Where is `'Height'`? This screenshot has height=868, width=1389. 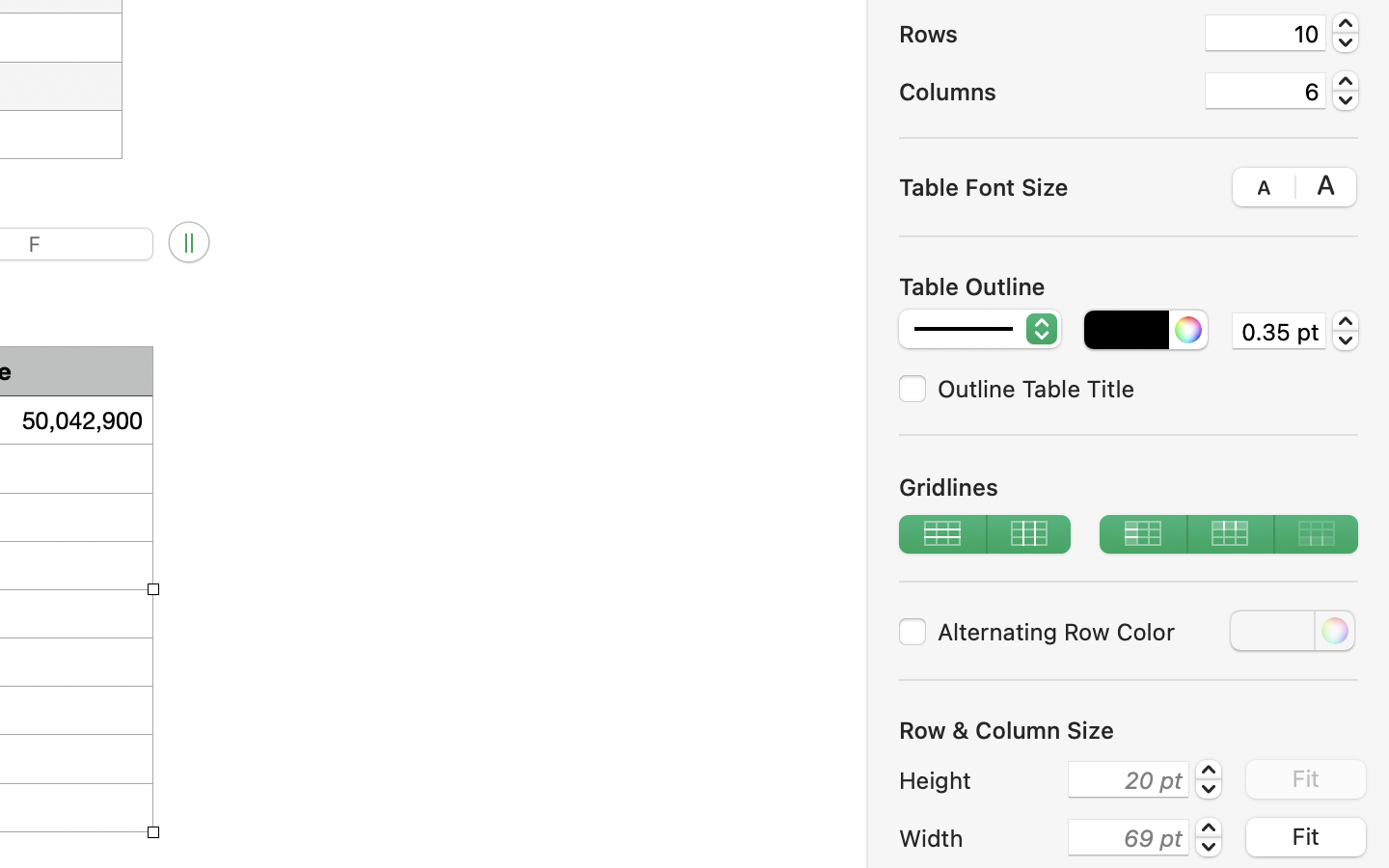 'Height' is located at coordinates (977, 780).